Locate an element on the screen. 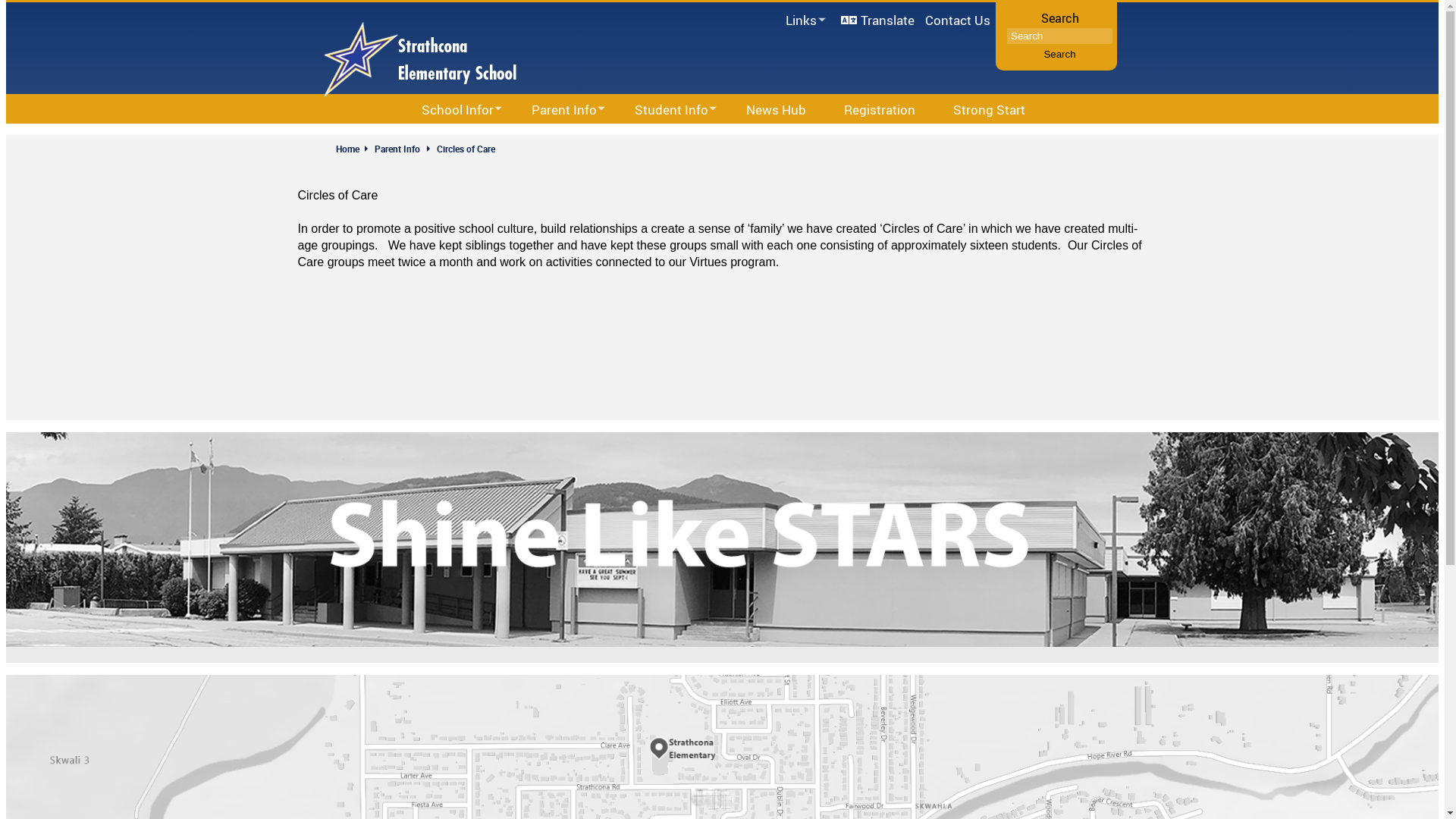  'Contact Us' is located at coordinates (956, 20).